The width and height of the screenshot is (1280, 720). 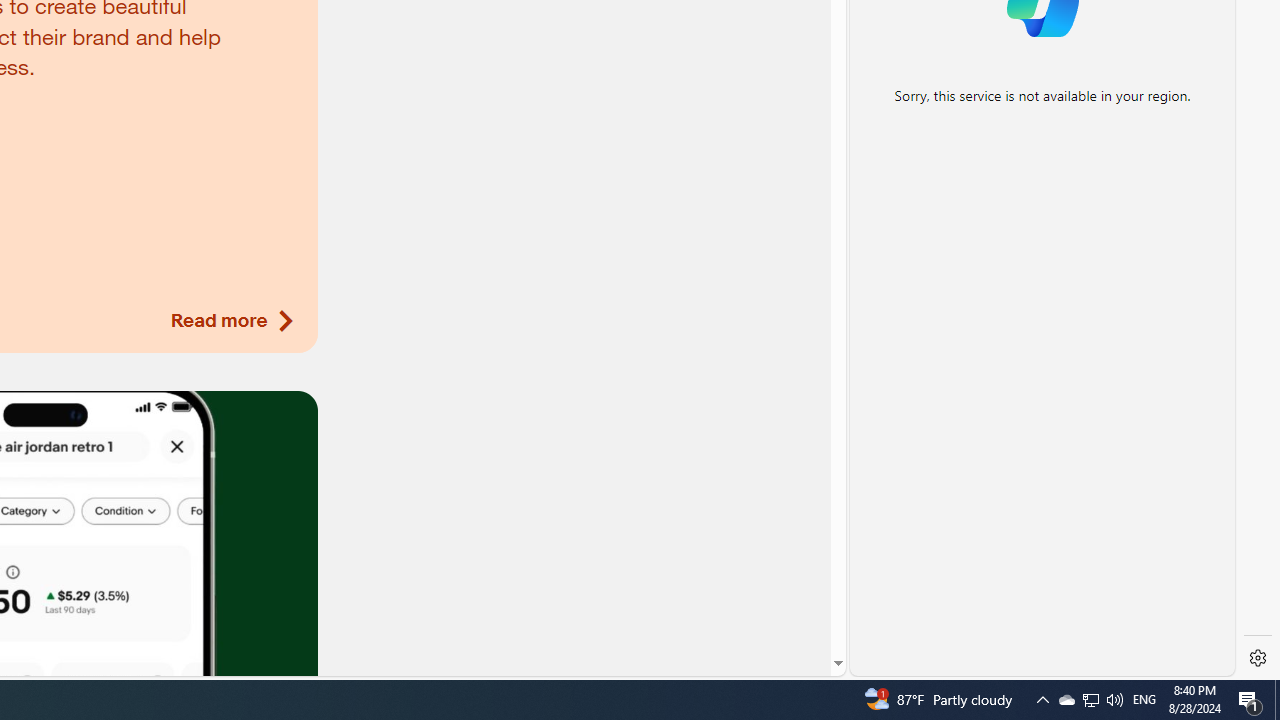 I want to click on 'Settings', so click(x=1257, y=658).